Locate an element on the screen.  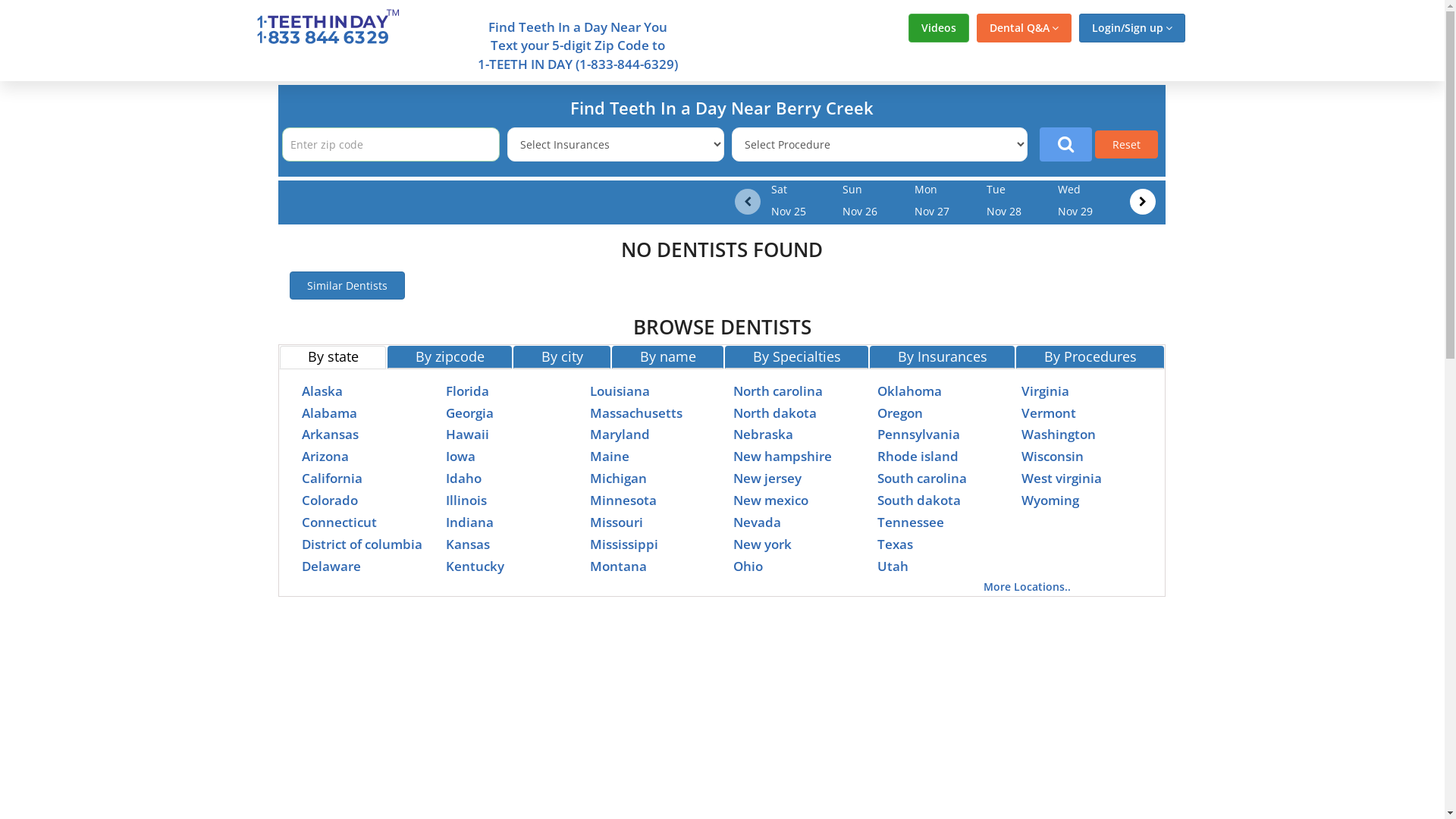
'Georgia' is located at coordinates (469, 413).